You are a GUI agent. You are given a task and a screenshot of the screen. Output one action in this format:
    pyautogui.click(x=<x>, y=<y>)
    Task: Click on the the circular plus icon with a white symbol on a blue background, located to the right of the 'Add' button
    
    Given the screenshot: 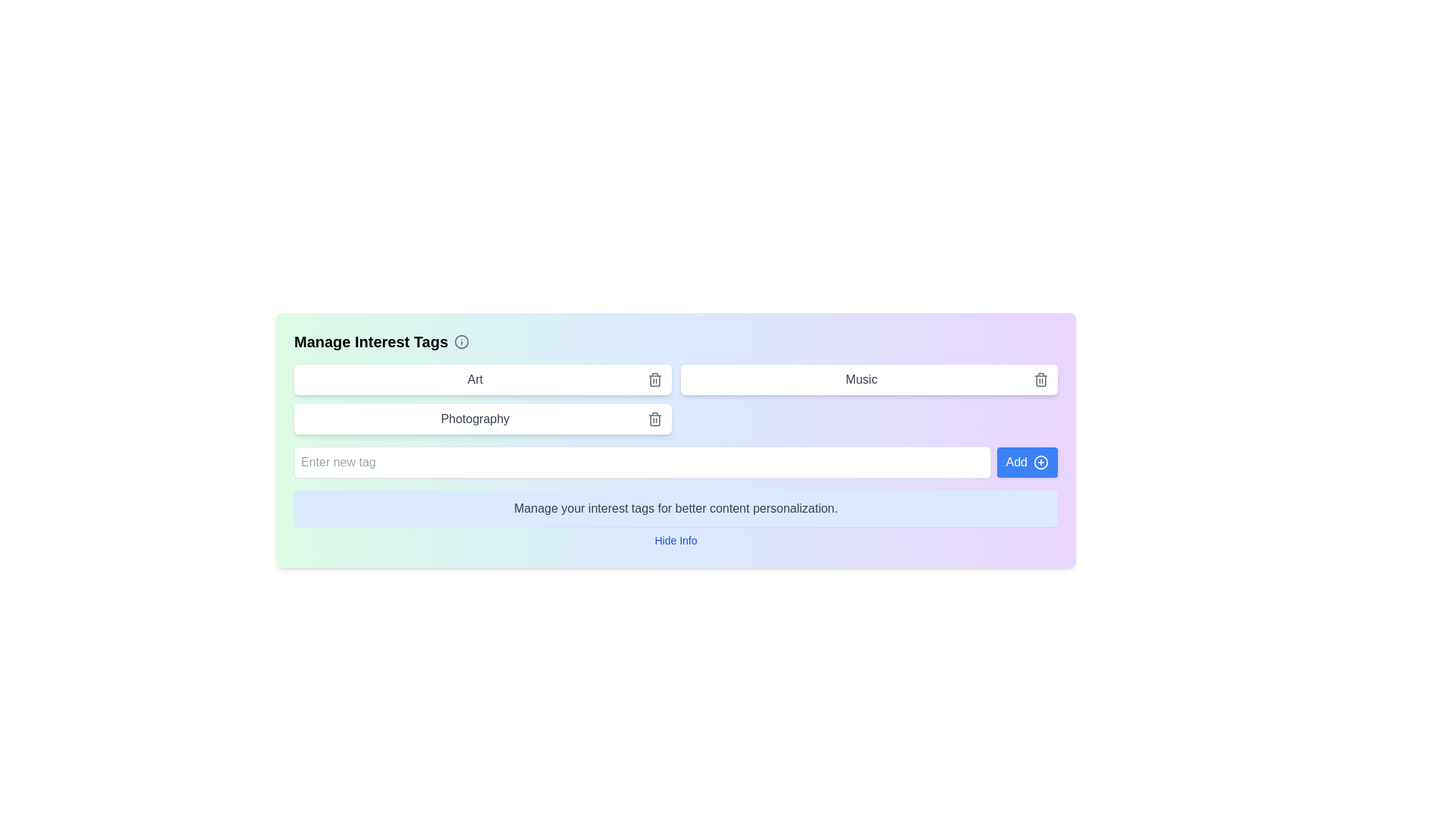 What is the action you would take?
    pyautogui.click(x=1040, y=461)
    